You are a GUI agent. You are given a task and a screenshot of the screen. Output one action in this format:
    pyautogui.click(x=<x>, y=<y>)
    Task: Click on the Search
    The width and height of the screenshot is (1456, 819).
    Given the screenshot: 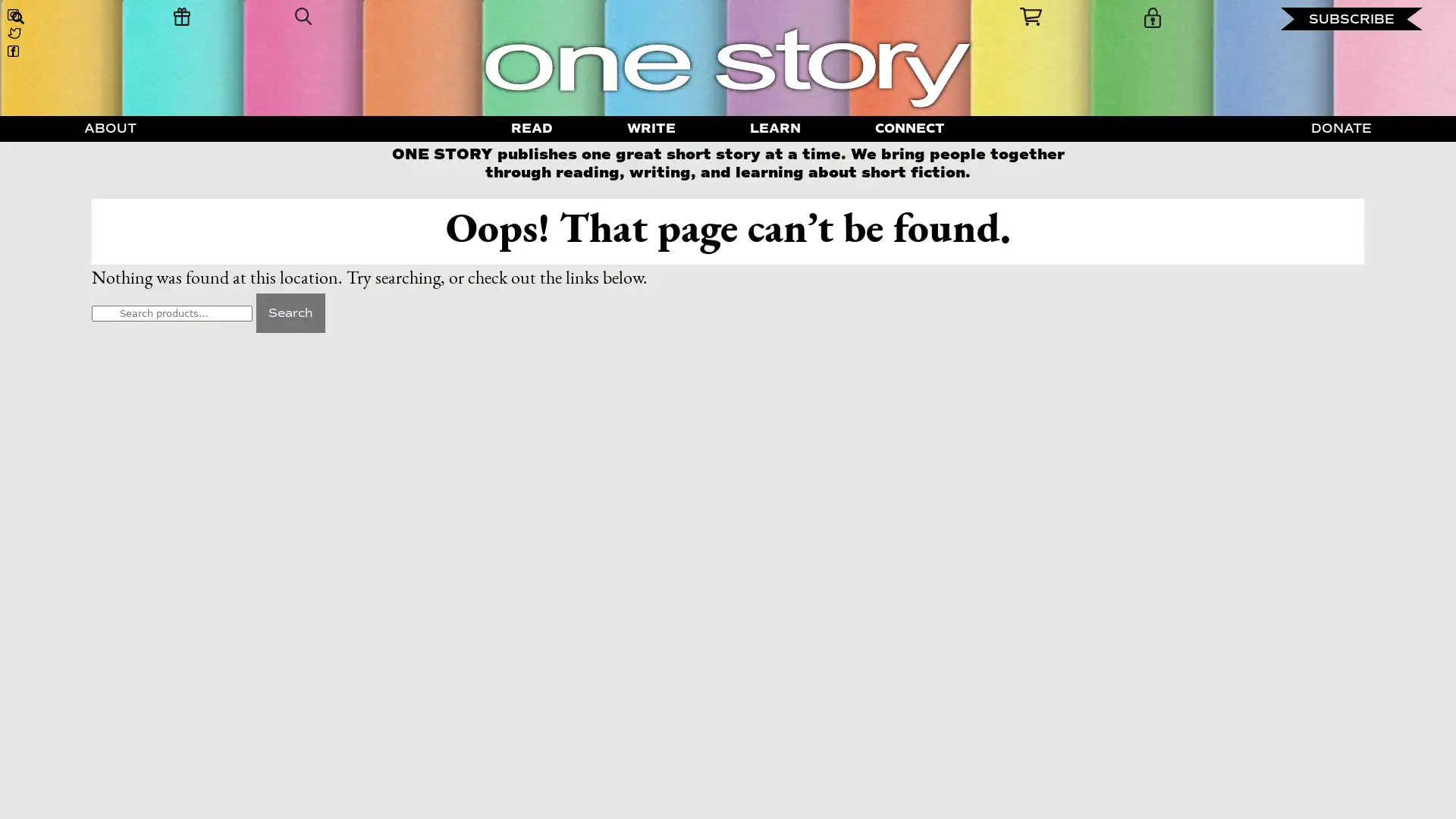 What is the action you would take?
    pyautogui.click(x=290, y=312)
    